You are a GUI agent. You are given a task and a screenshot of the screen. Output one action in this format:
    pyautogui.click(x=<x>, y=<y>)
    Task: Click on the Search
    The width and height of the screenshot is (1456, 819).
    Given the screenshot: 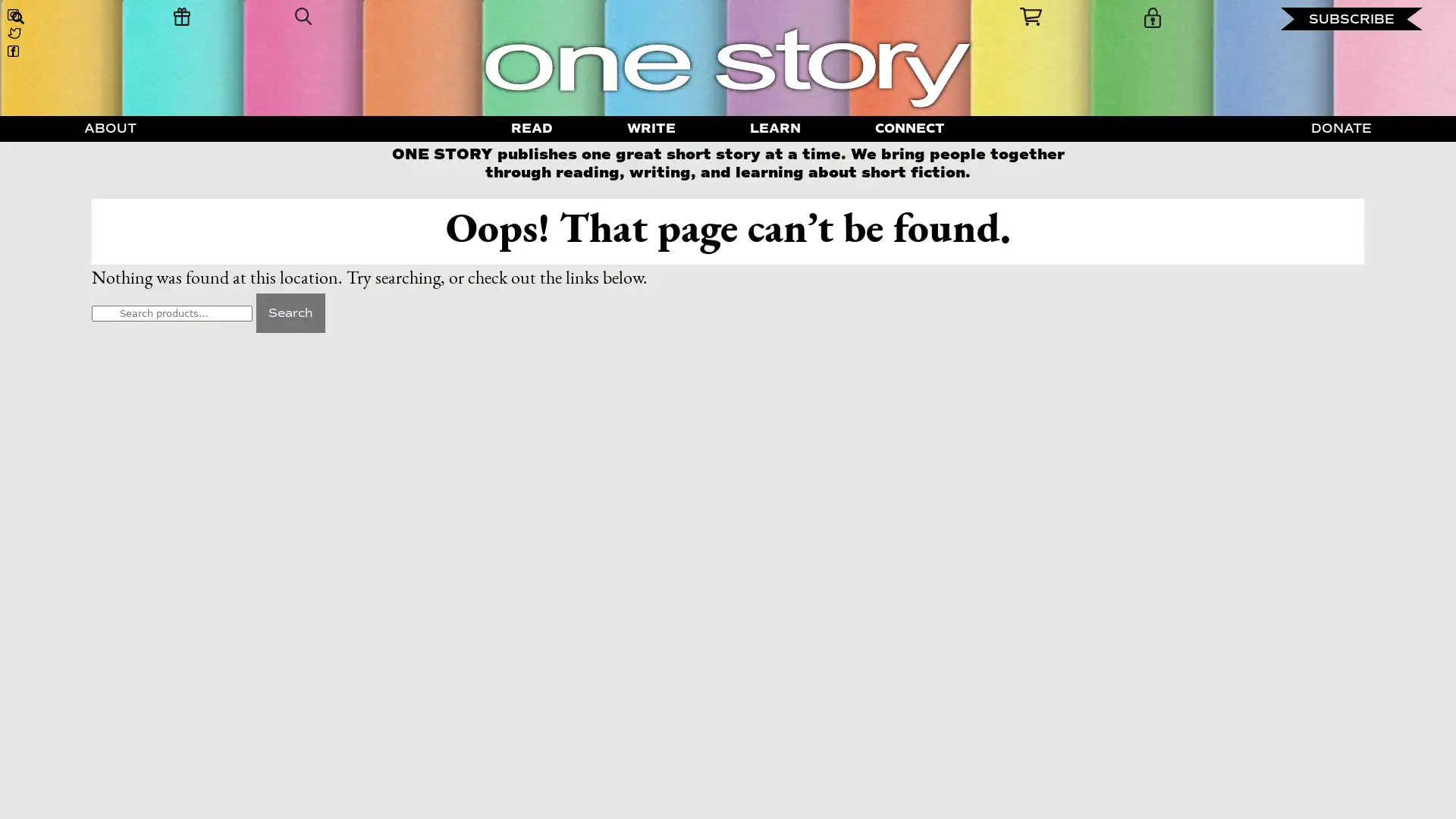 What is the action you would take?
    pyautogui.click(x=290, y=312)
    